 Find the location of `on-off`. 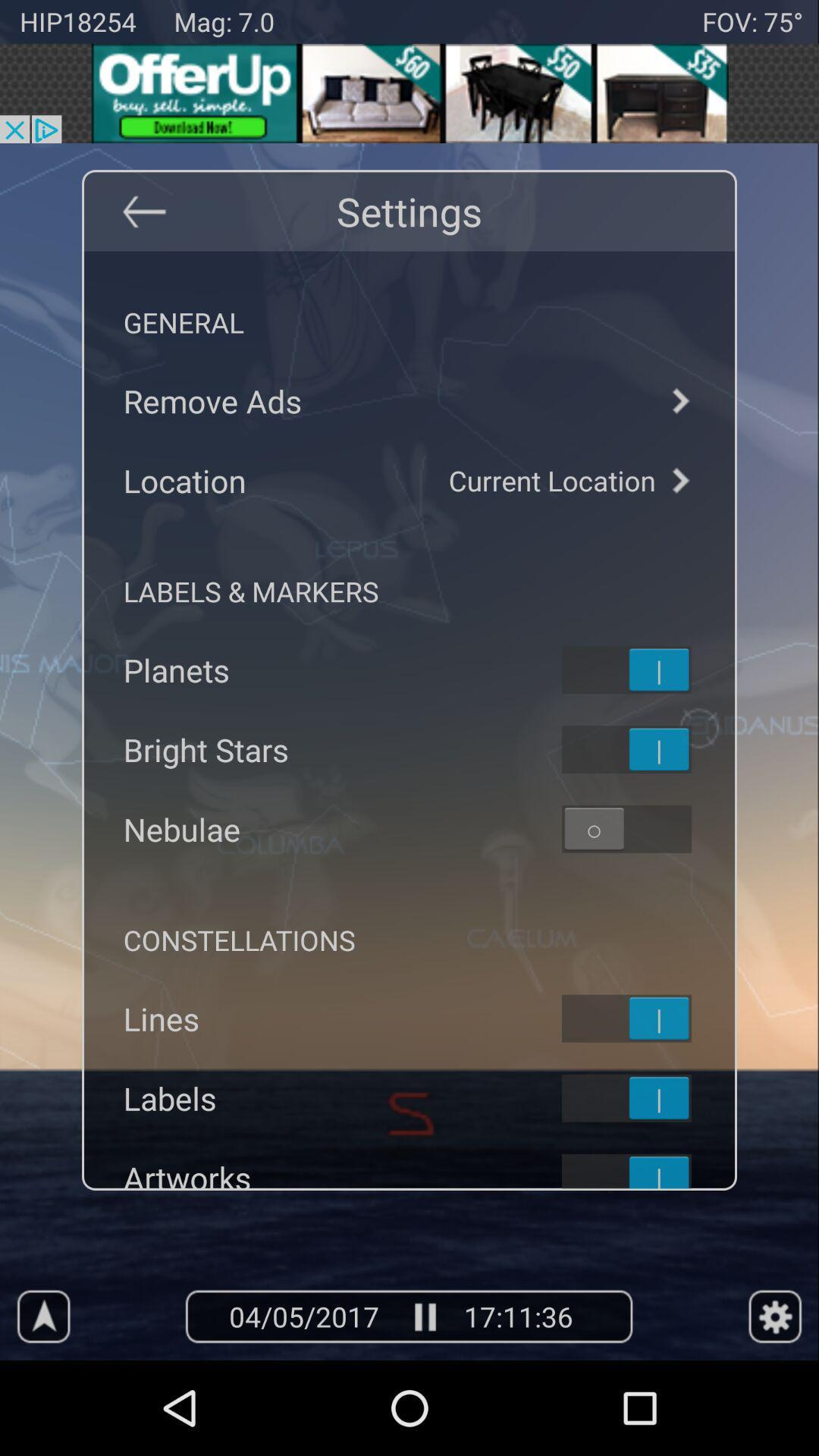

on-off is located at coordinates (646, 749).